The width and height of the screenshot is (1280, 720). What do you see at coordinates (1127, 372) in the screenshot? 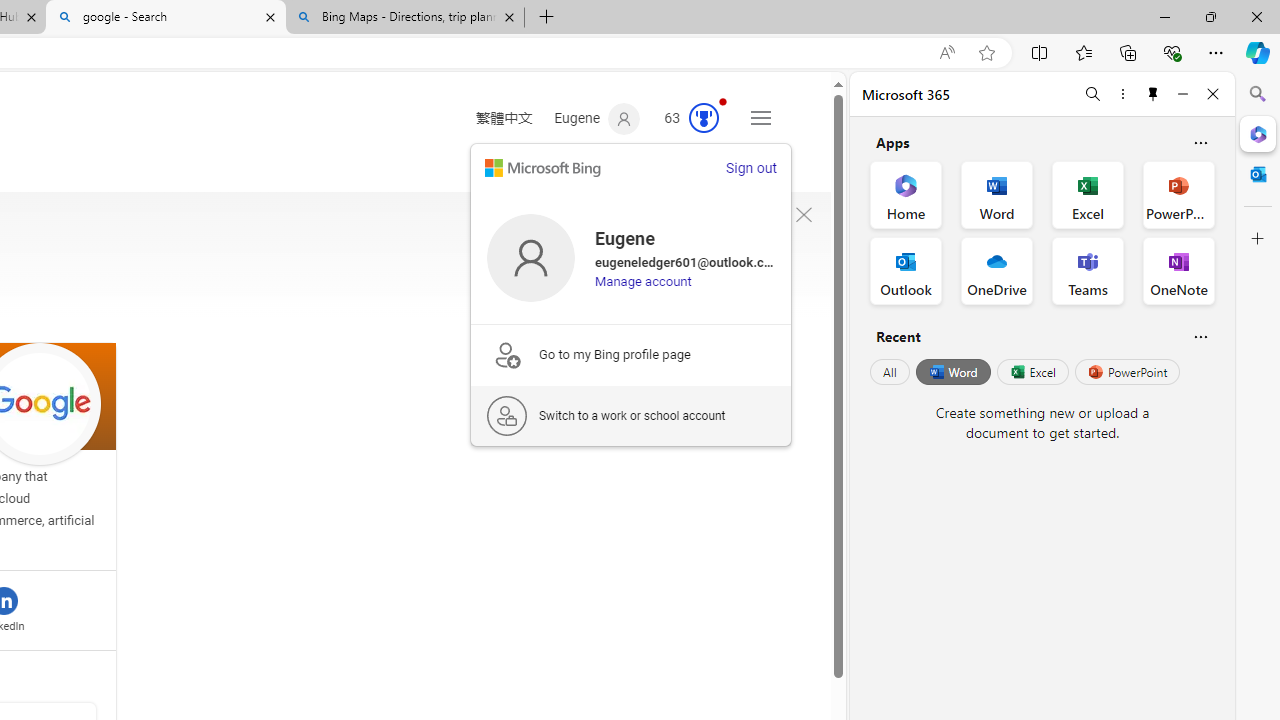
I see `'PowerPoint'` at bounding box center [1127, 372].